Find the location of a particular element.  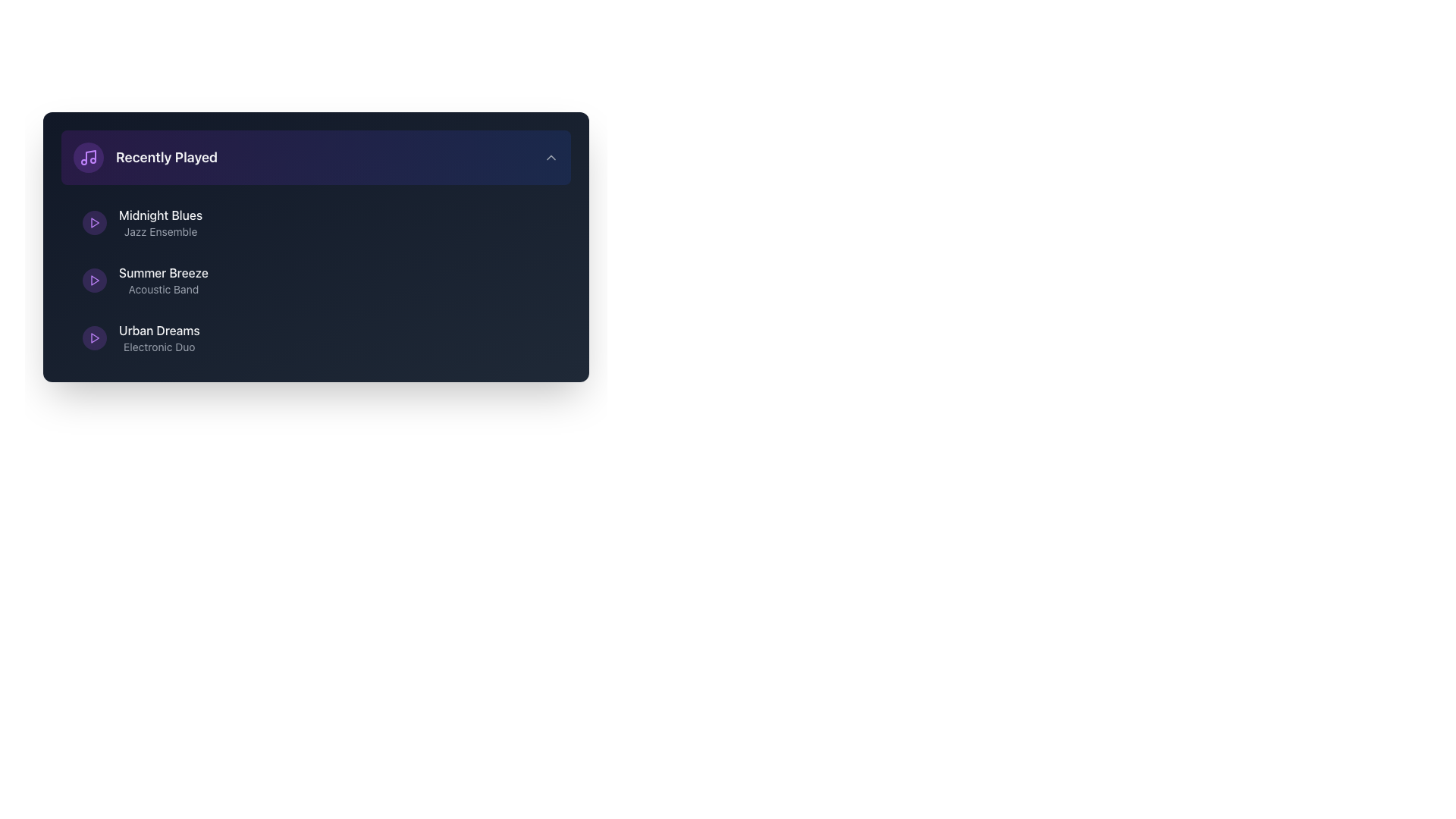

the play icon button located to the left of the 'Summer Breeze' media item to initiate playback is located at coordinates (93, 281).